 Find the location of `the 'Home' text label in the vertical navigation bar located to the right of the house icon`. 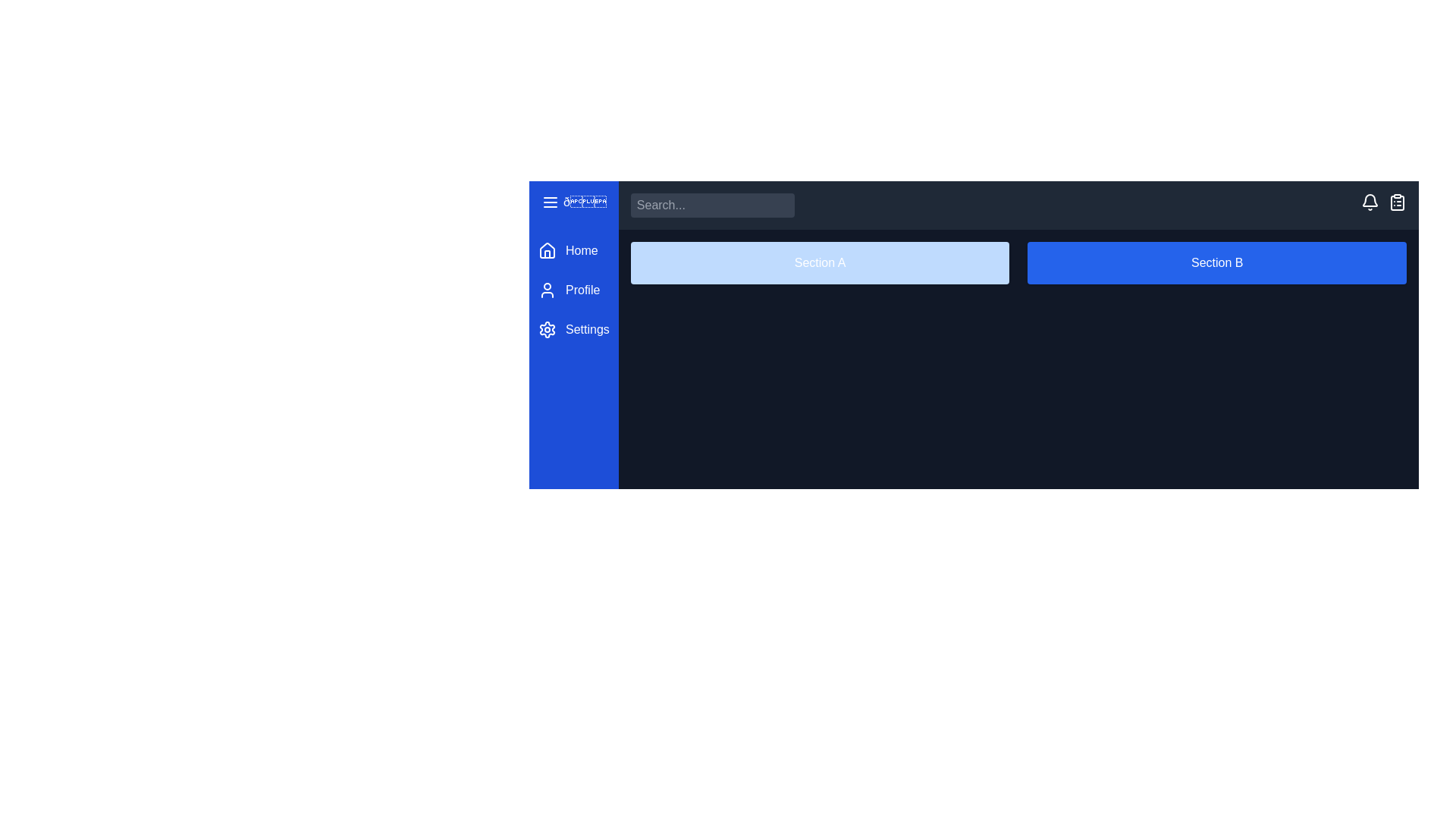

the 'Home' text label in the vertical navigation bar located to the right of the house icon is located at coordinates (581, 250).